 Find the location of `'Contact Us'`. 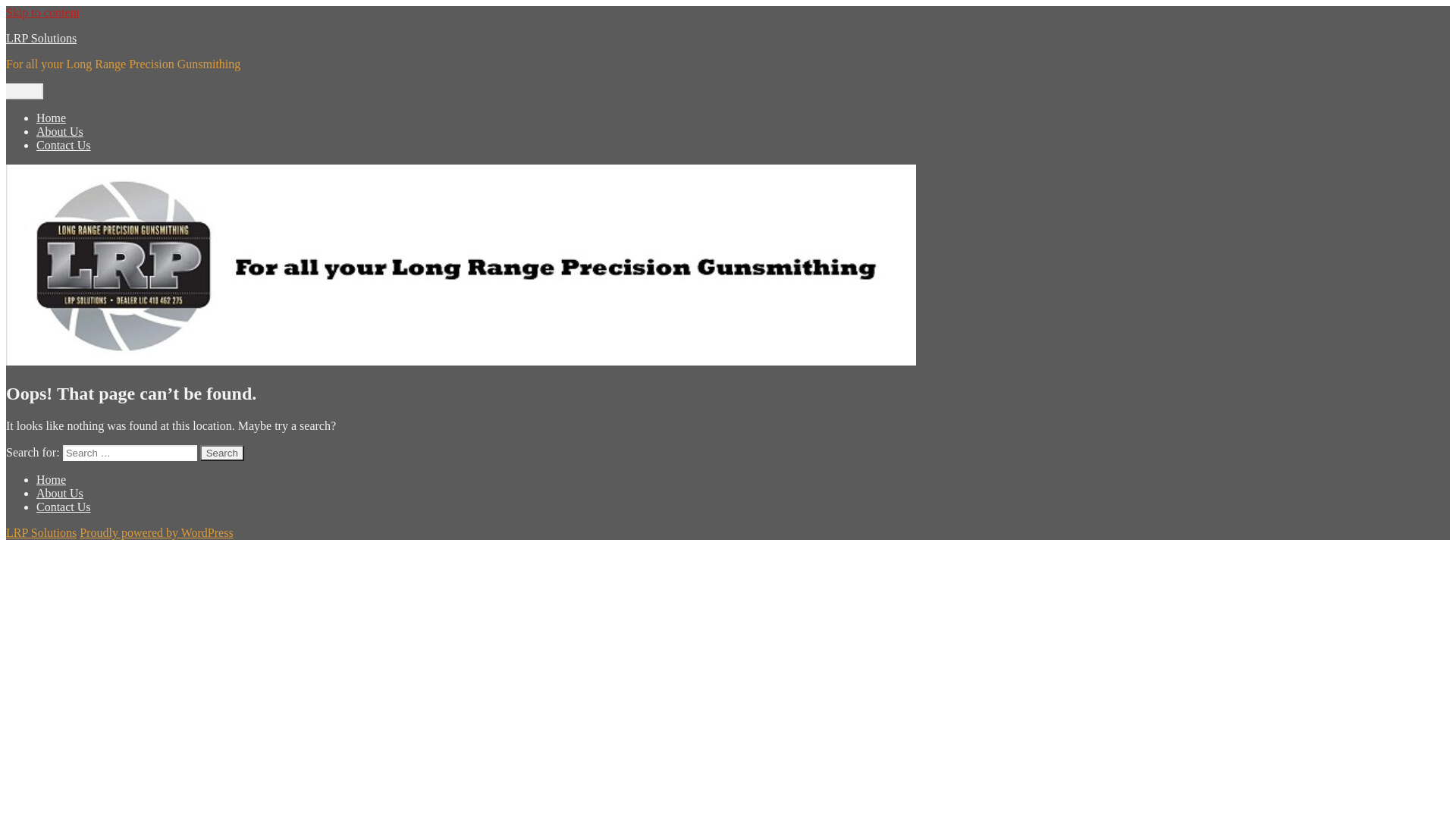

'Contact Us' is located at coordinates (62, 507).